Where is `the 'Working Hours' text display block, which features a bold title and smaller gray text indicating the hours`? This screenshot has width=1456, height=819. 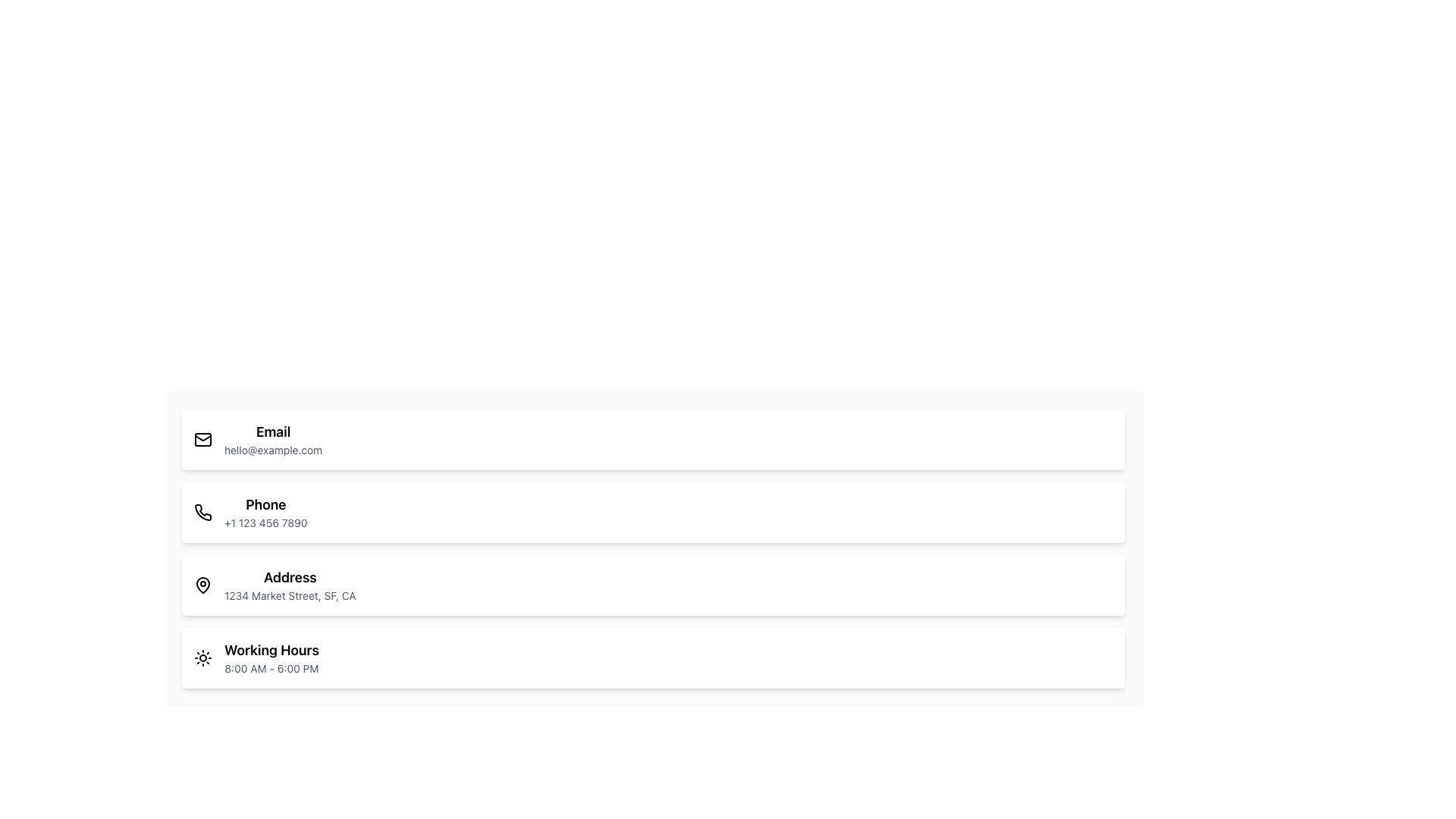 the 'Working Hours' text display block, which features a bold title and smaller gray text indicating the hours is located at coordinates (271, 657).